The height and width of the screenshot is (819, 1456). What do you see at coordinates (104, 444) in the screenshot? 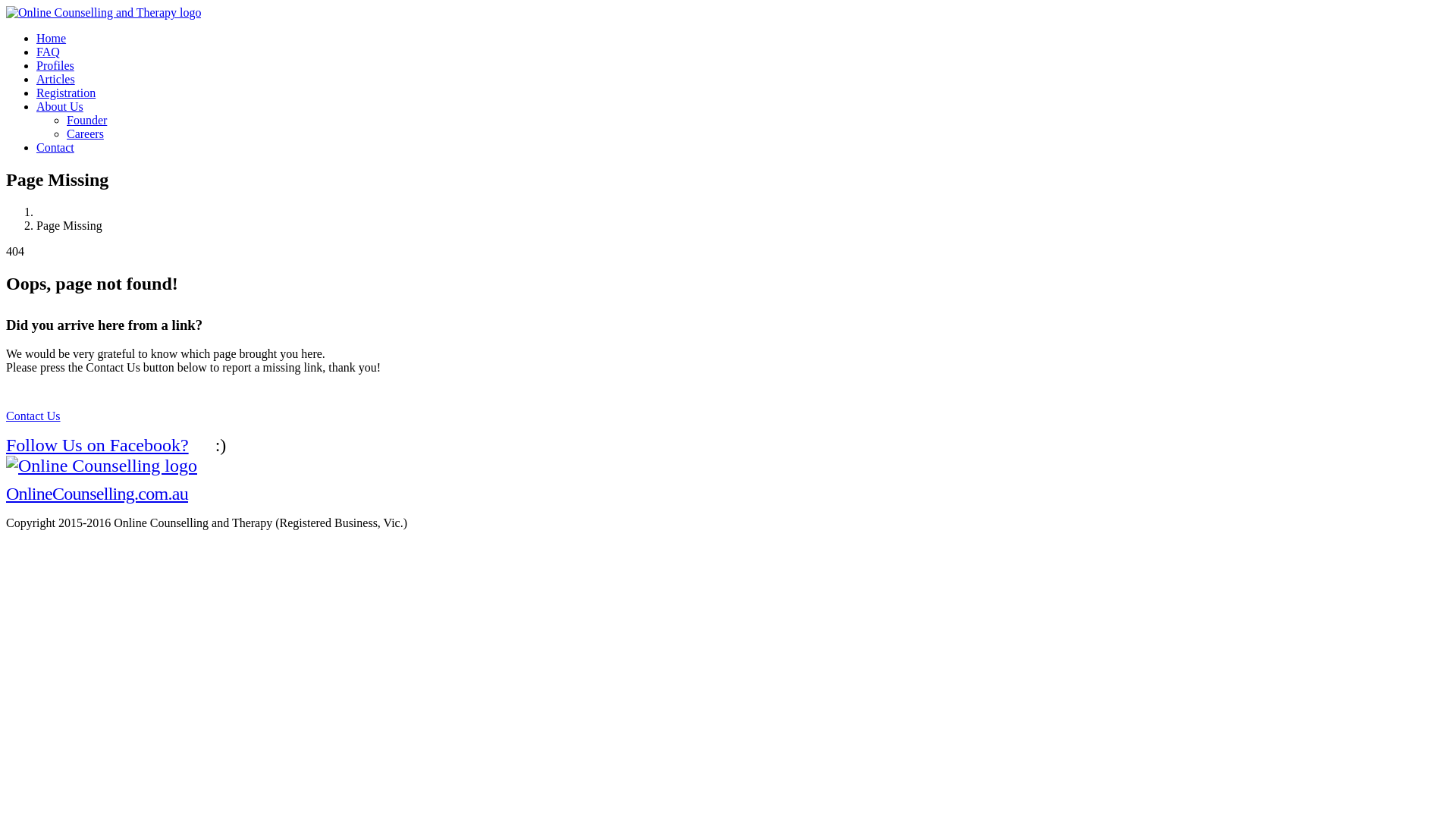
I see `'Follow Us on Facebook?'` at bounding box center [104, 444].